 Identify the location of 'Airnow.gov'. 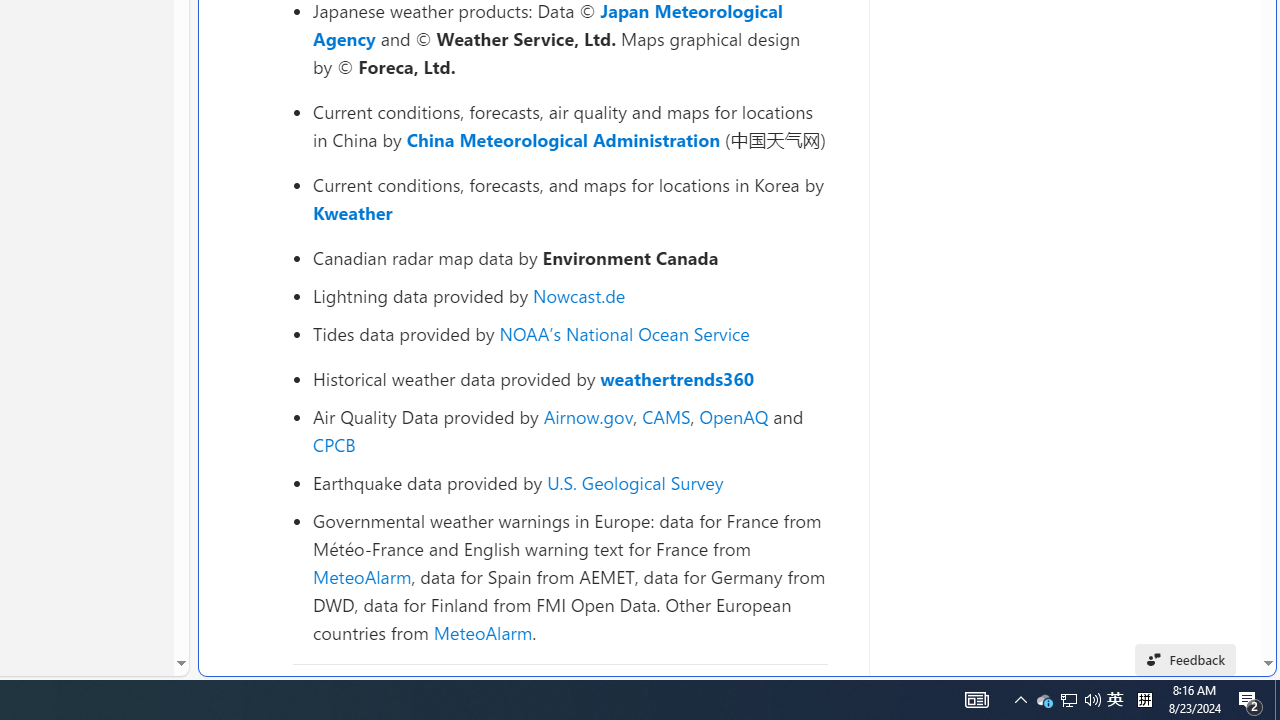
(587, 415).